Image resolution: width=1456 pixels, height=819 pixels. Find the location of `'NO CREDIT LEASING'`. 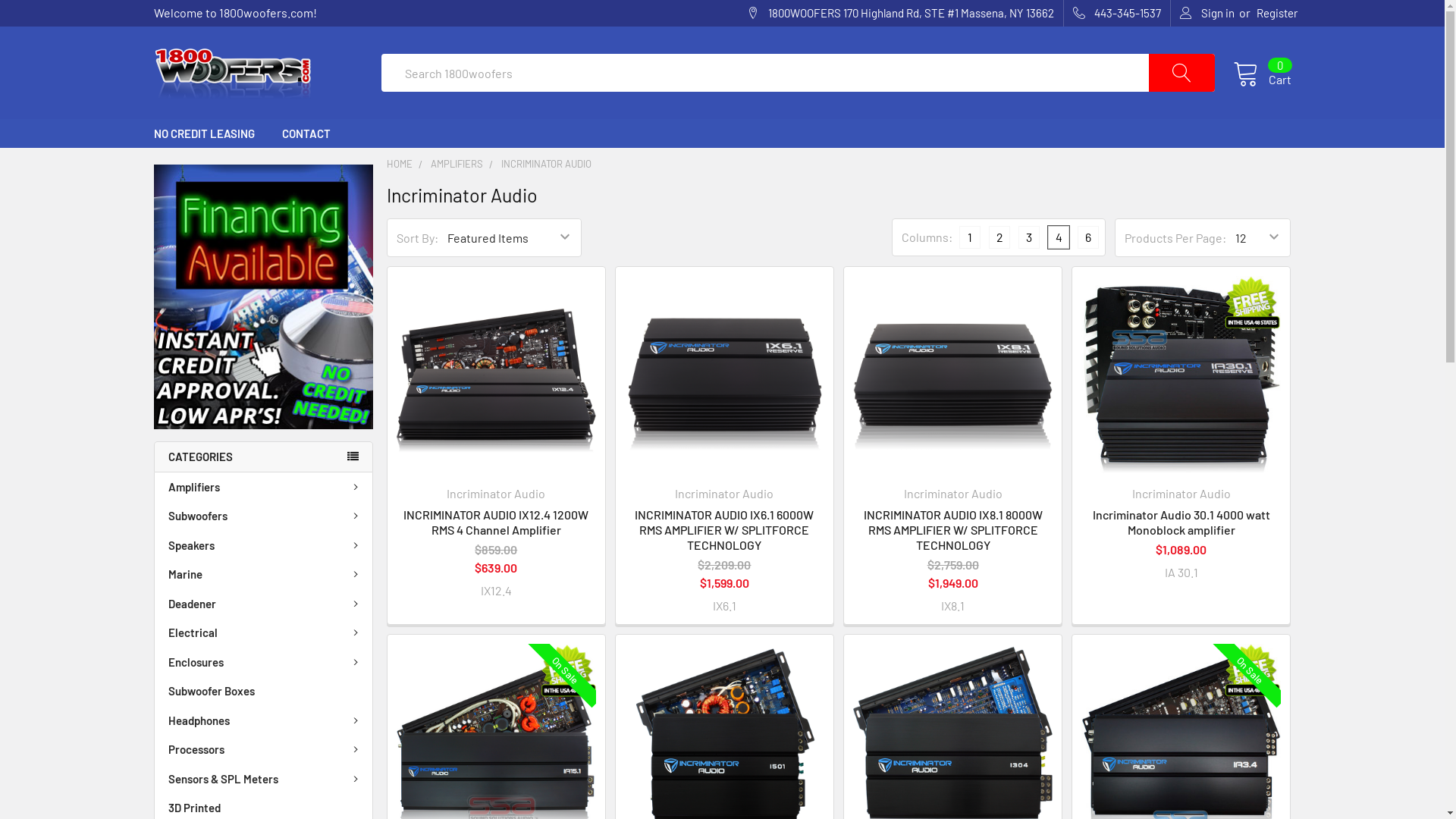

'NO CREDIT LEASING' is located at coordinates (139, 132).